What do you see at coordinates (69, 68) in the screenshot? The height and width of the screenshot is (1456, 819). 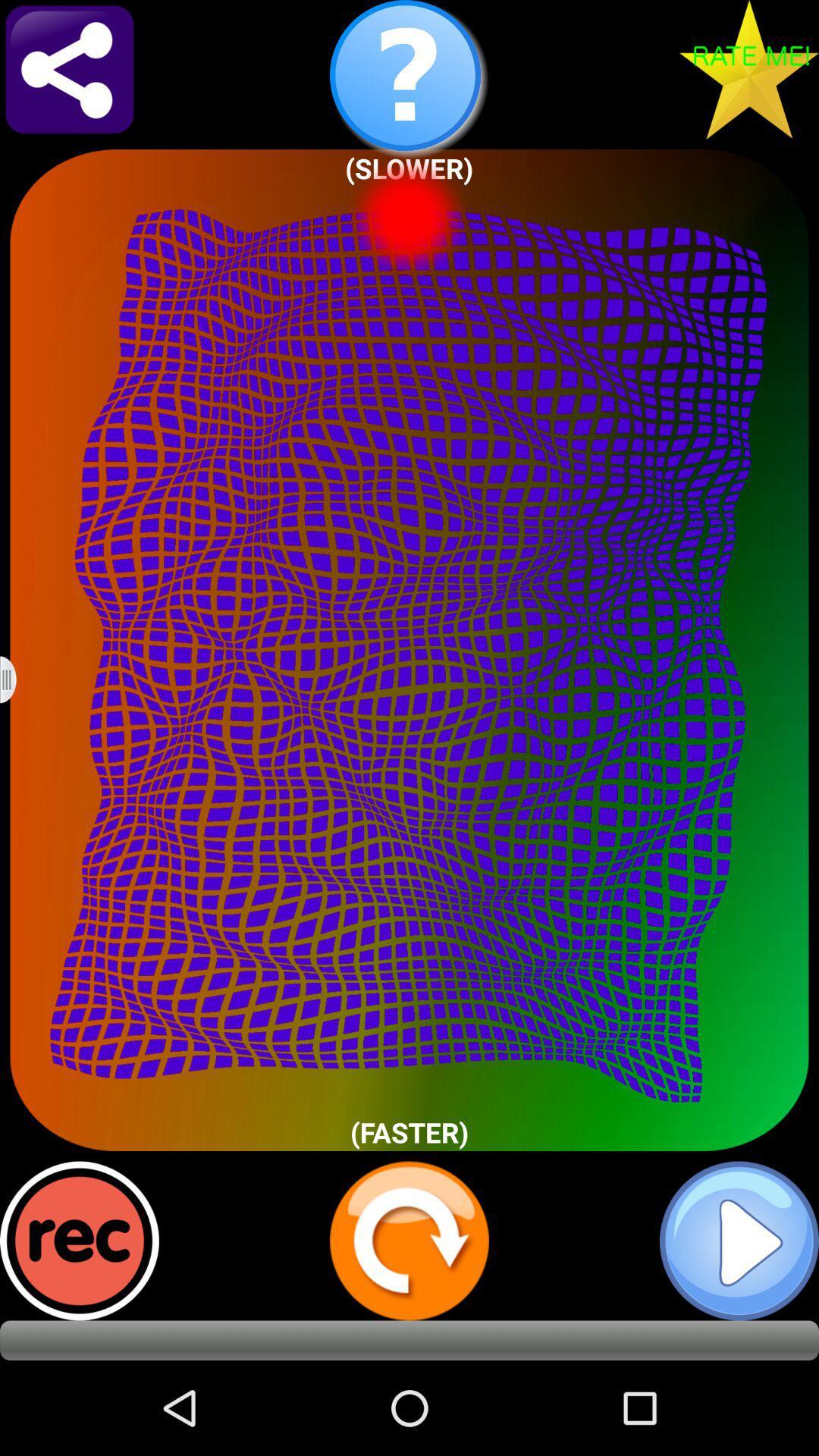 I see `share` at bounding box center [69, 68].